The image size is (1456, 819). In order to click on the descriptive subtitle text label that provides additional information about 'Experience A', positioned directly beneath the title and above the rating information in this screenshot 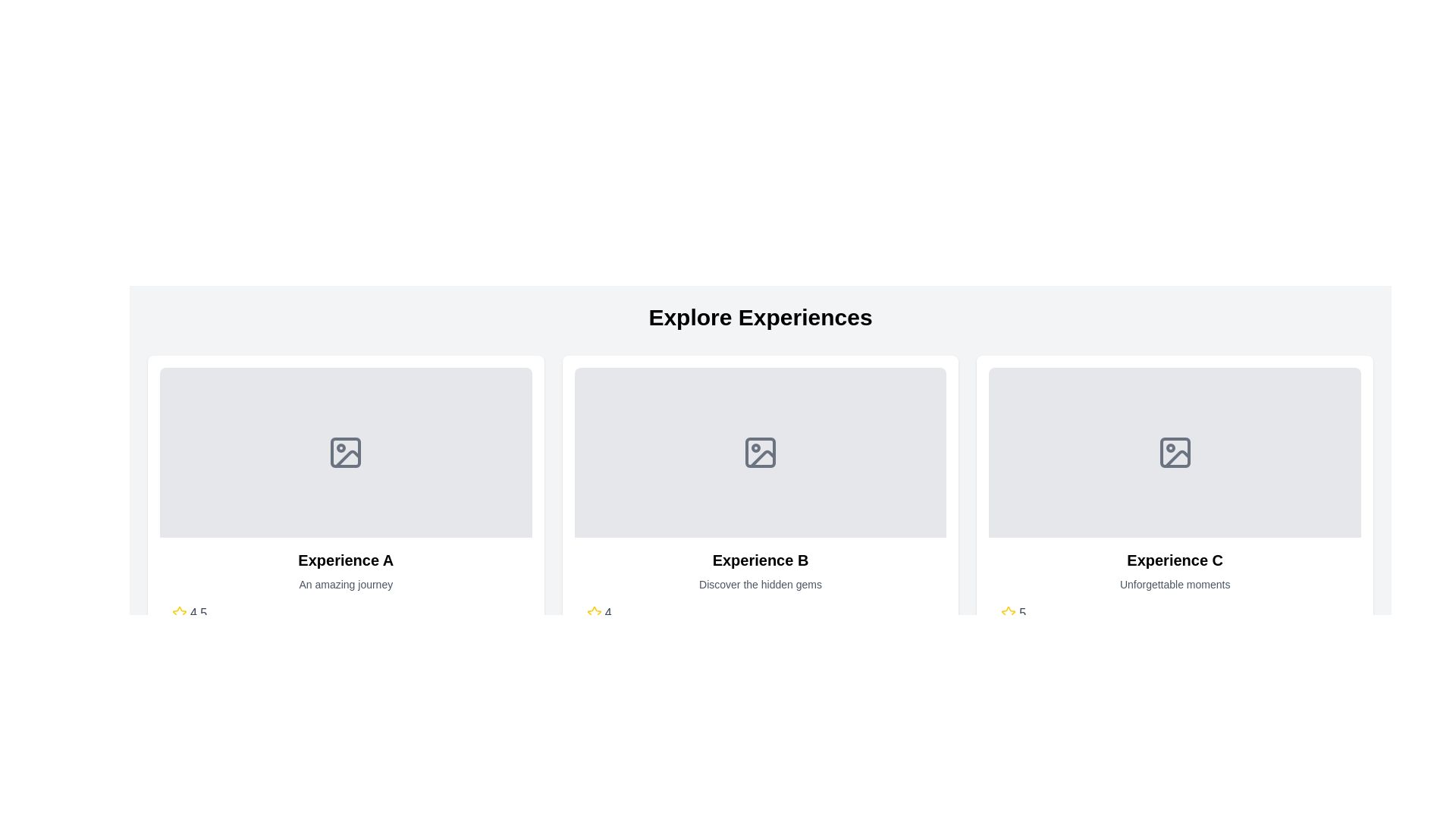, I will do `click(345, 584)`.